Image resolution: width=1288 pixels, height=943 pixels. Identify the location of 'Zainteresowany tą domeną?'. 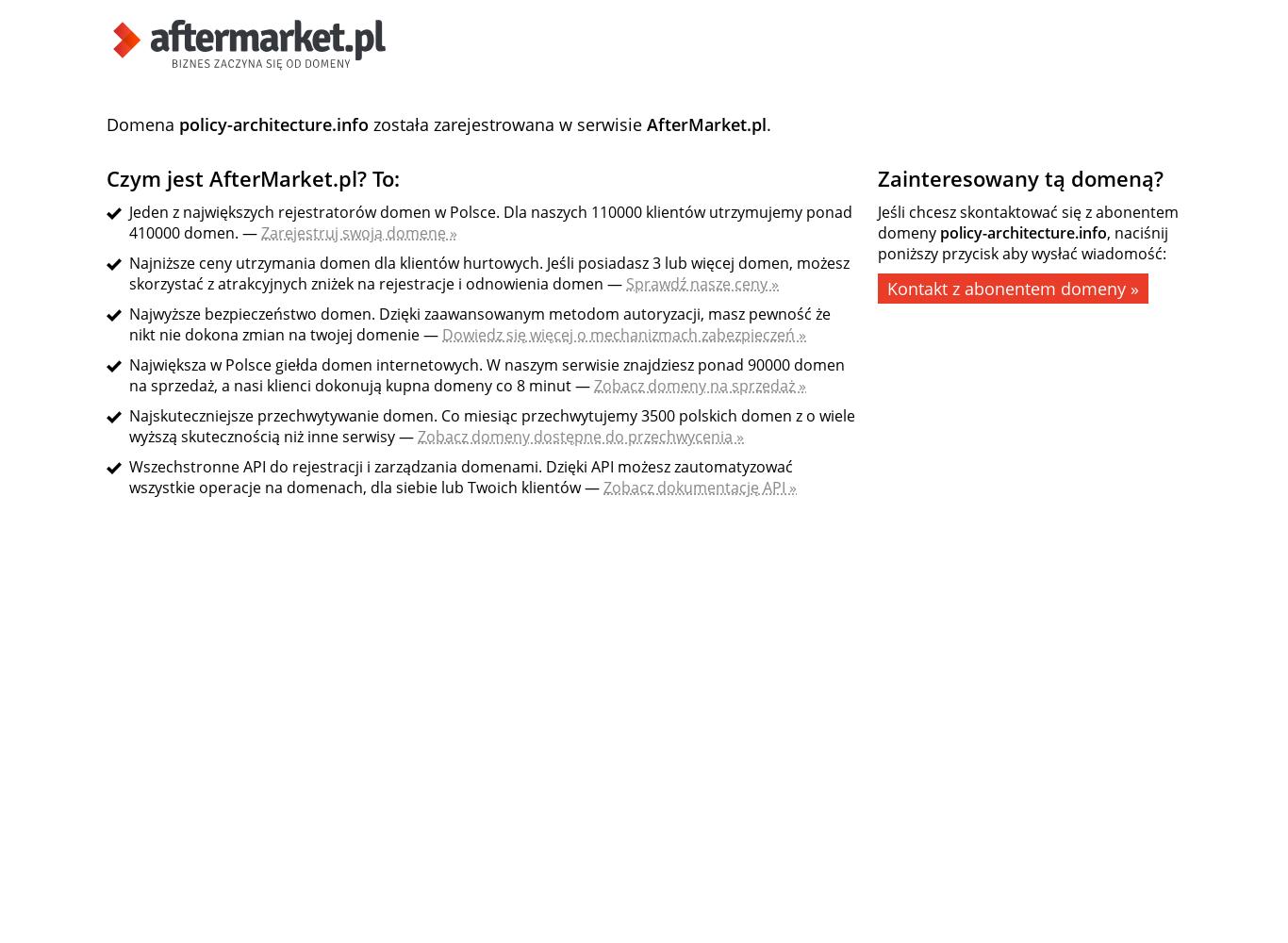
(878, 177).